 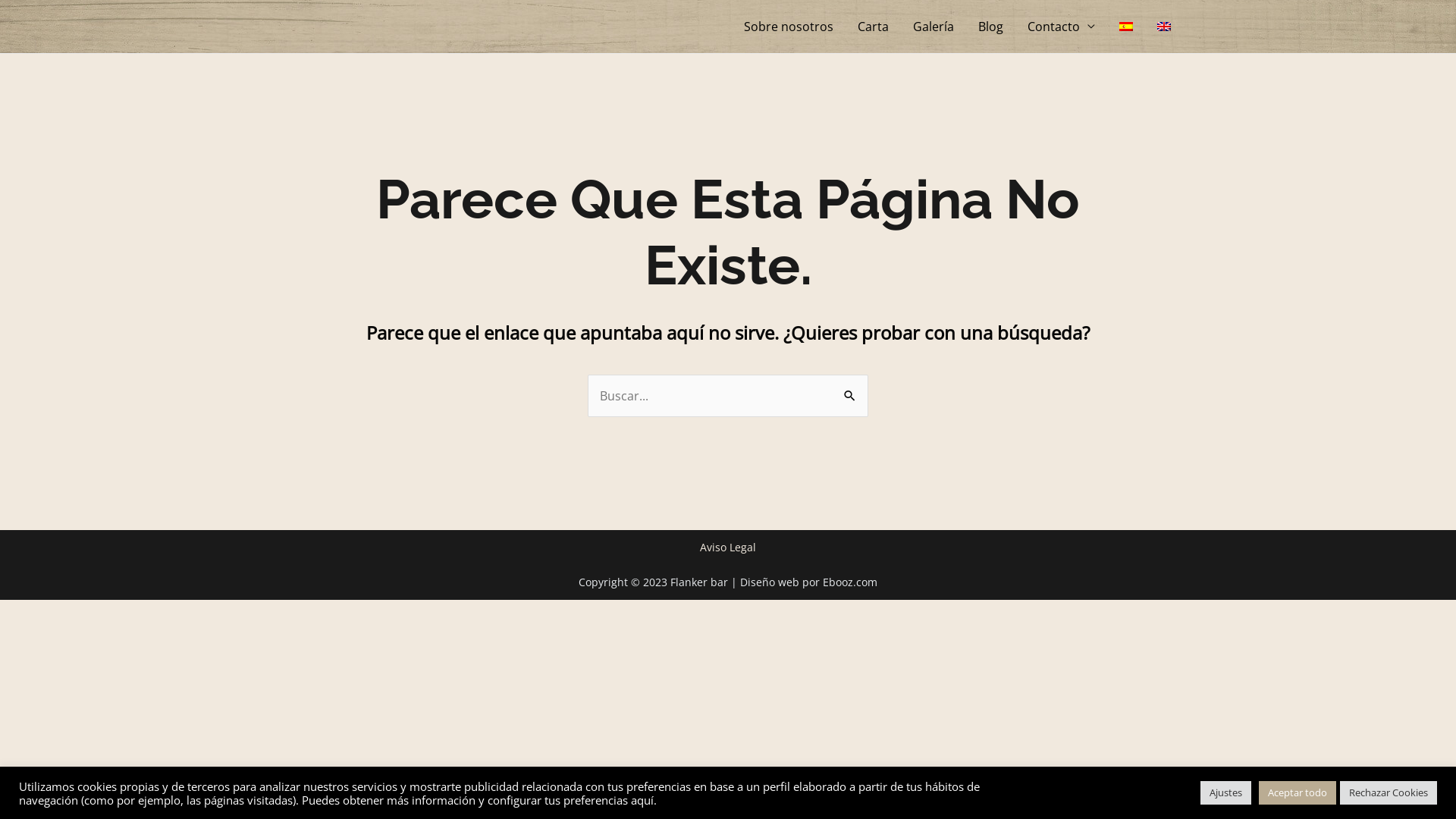 What do you see at coordinates (873, 26) in the screenshot?
I see `'Carta'` at bounding box center [873, 26].